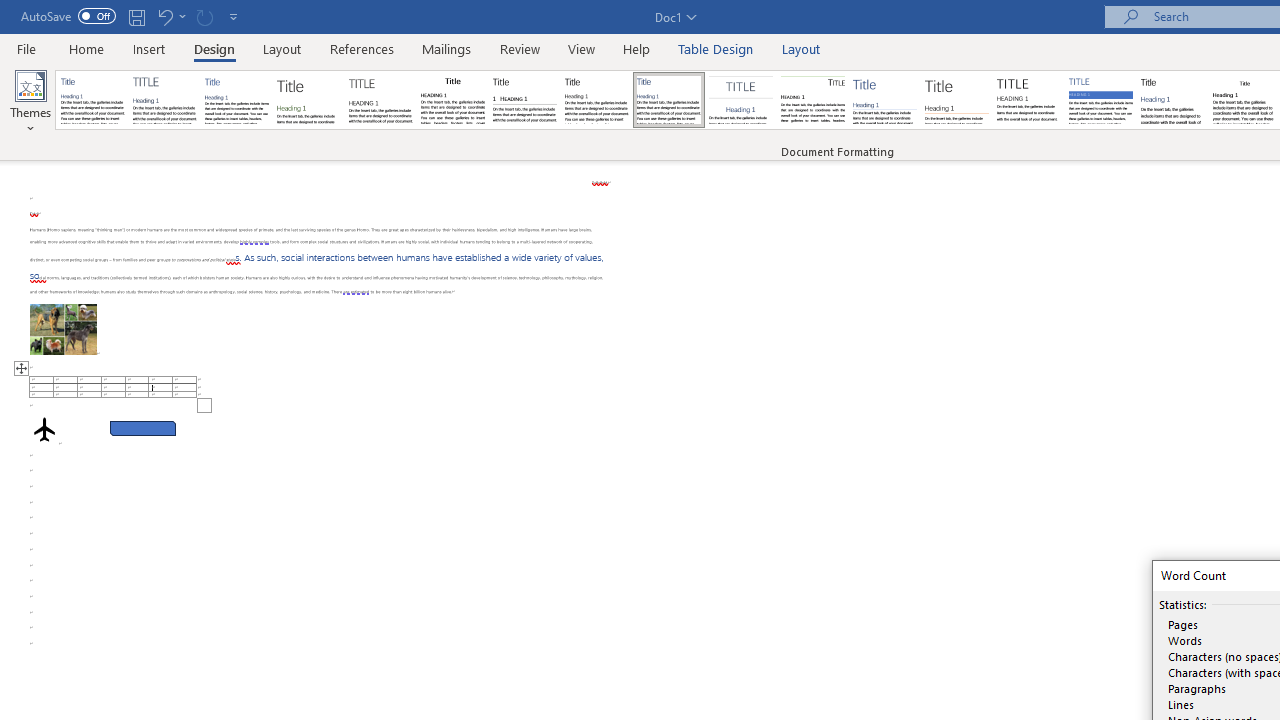  I want to click on 'Lines (Simple)', so click(884, 100).